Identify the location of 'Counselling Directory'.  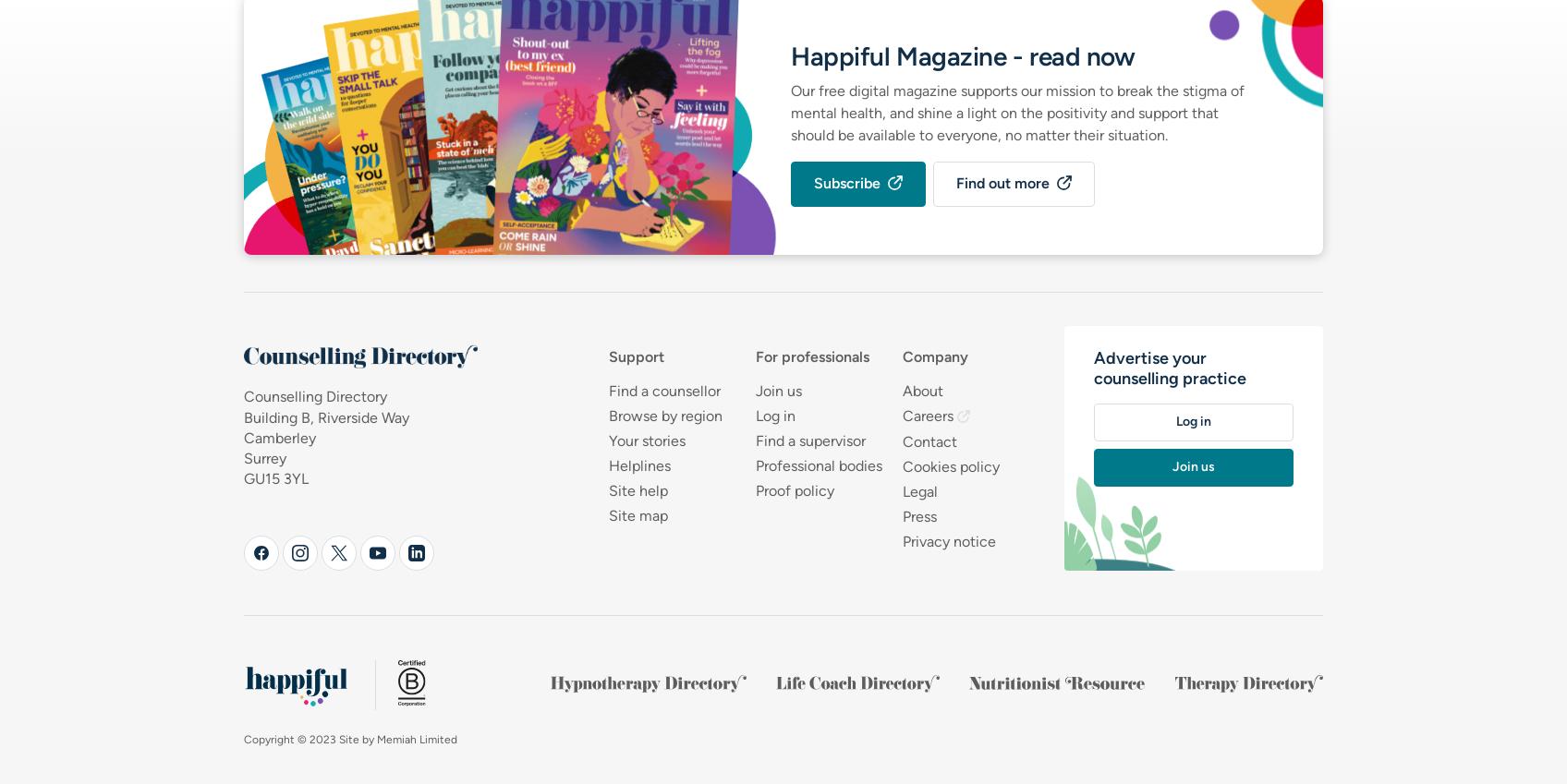
(315, 396).